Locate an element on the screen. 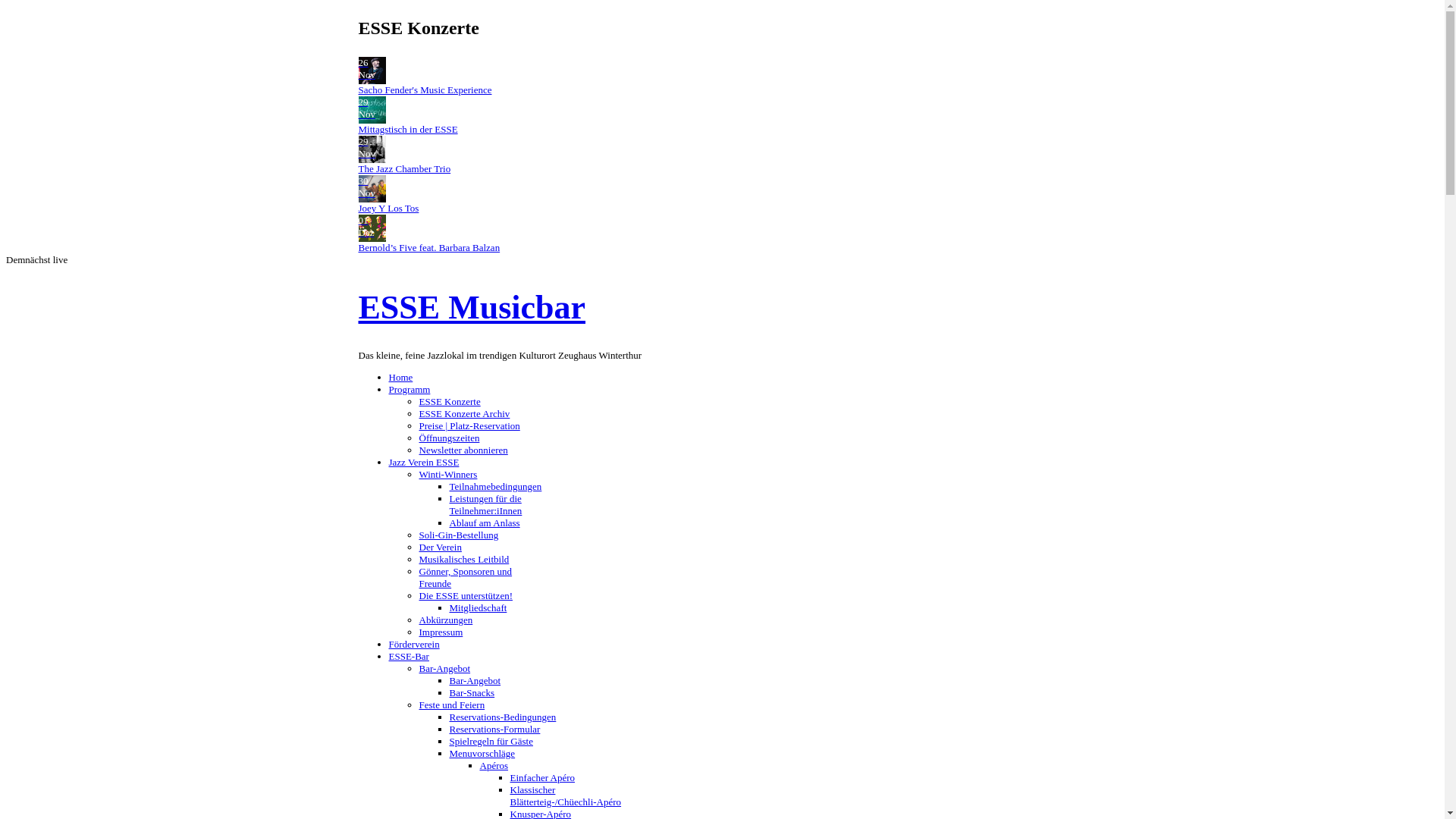 The image size is (1456, 819). 'Winti-Winners' is located at coordinates (447, 473).